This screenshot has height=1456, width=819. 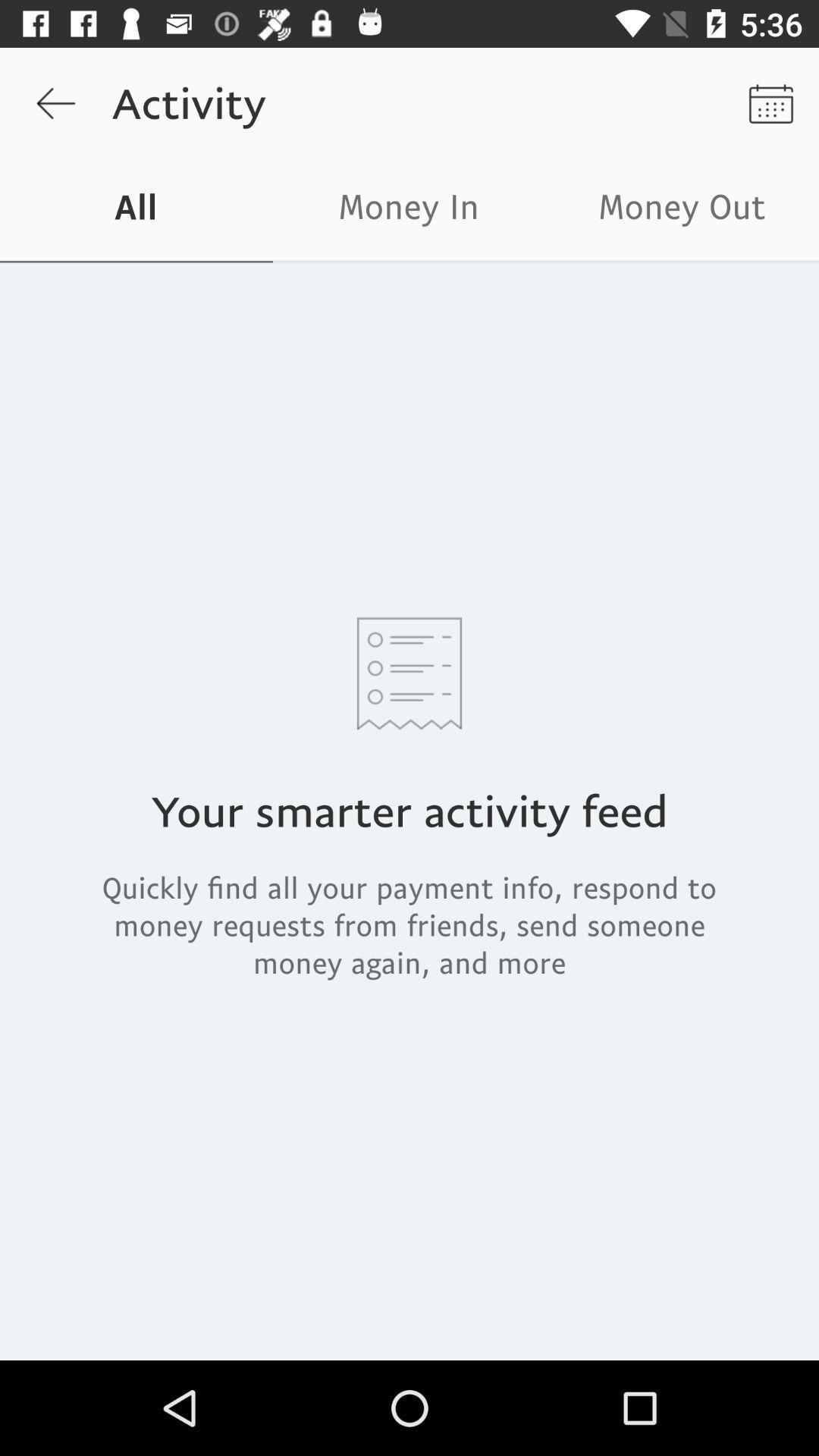 What do you see at coordinates (771, 102) in the screenshot?
I see `the icon above the money out` at bounding box center [771, 102].